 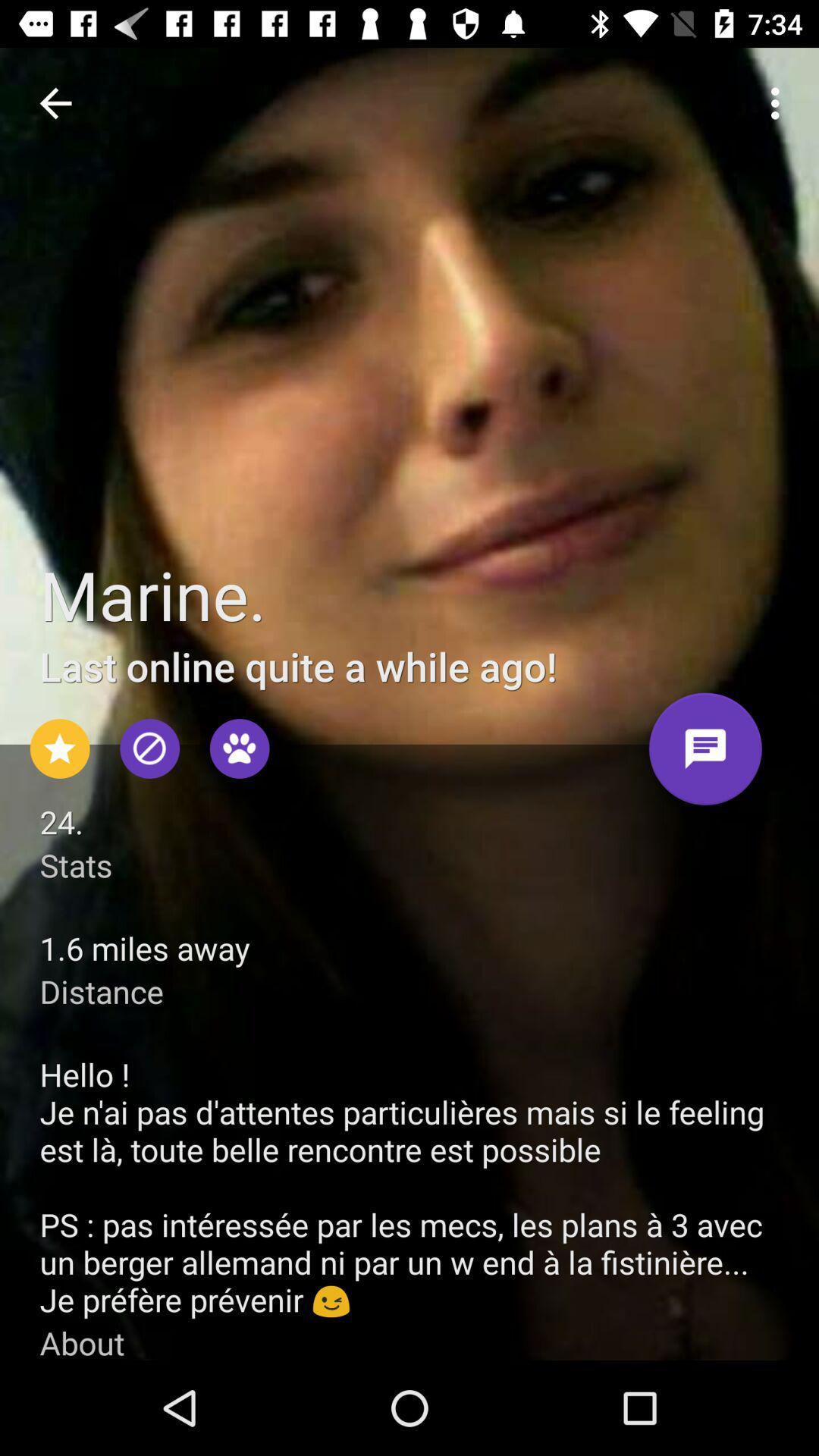 I want to click on the star icon, so click(x=59, y=748).